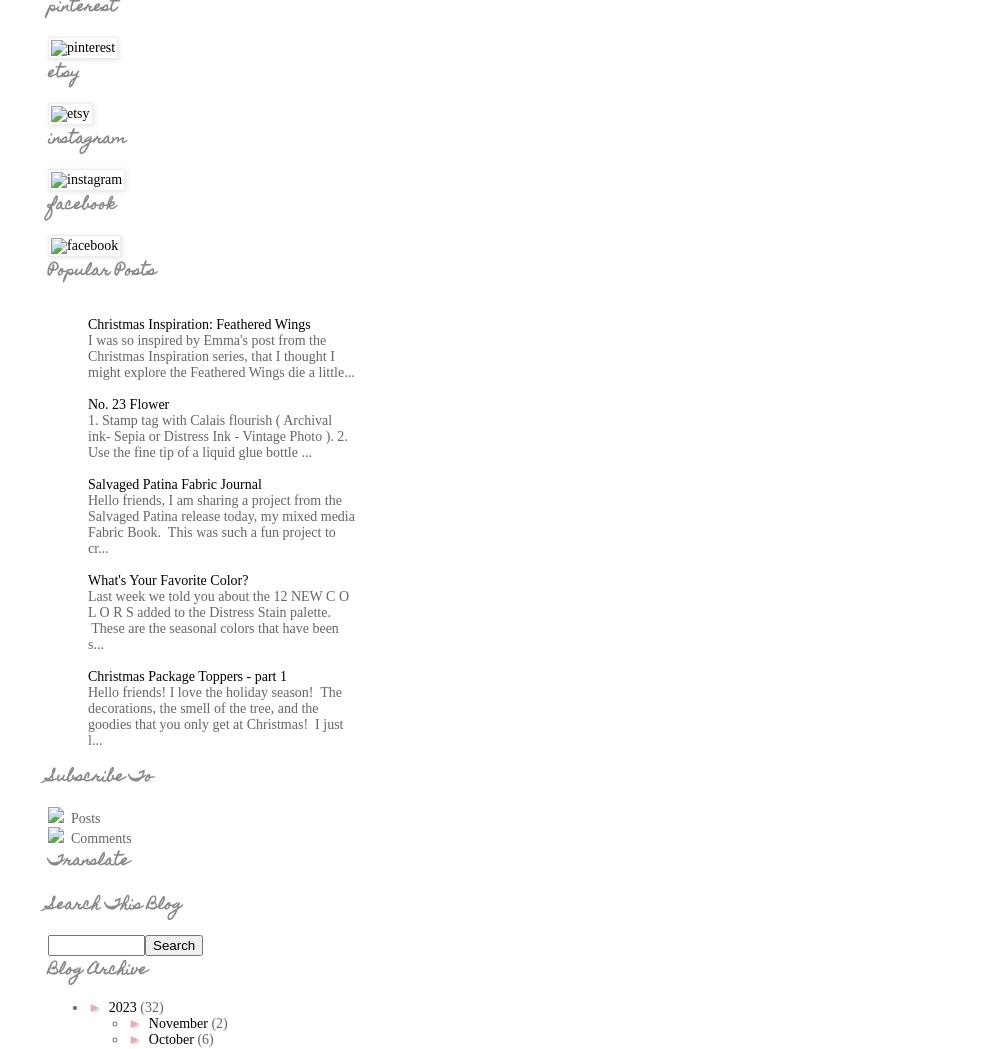 The image size is (1008, 1049). What do you see at coordinates (83, 817) in the screenshot?
I see `'Posts'` at bounding box center [83, 817].